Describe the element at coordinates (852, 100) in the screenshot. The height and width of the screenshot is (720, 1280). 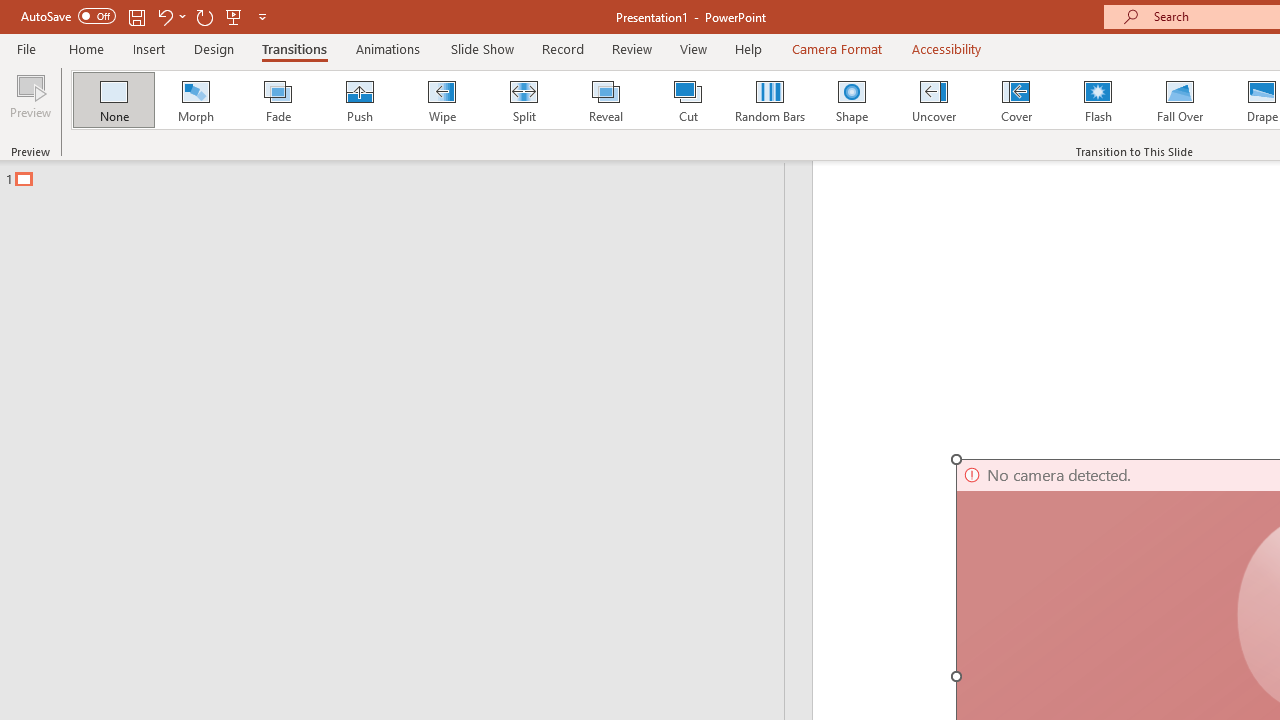
I see `'Shape'` at that location.